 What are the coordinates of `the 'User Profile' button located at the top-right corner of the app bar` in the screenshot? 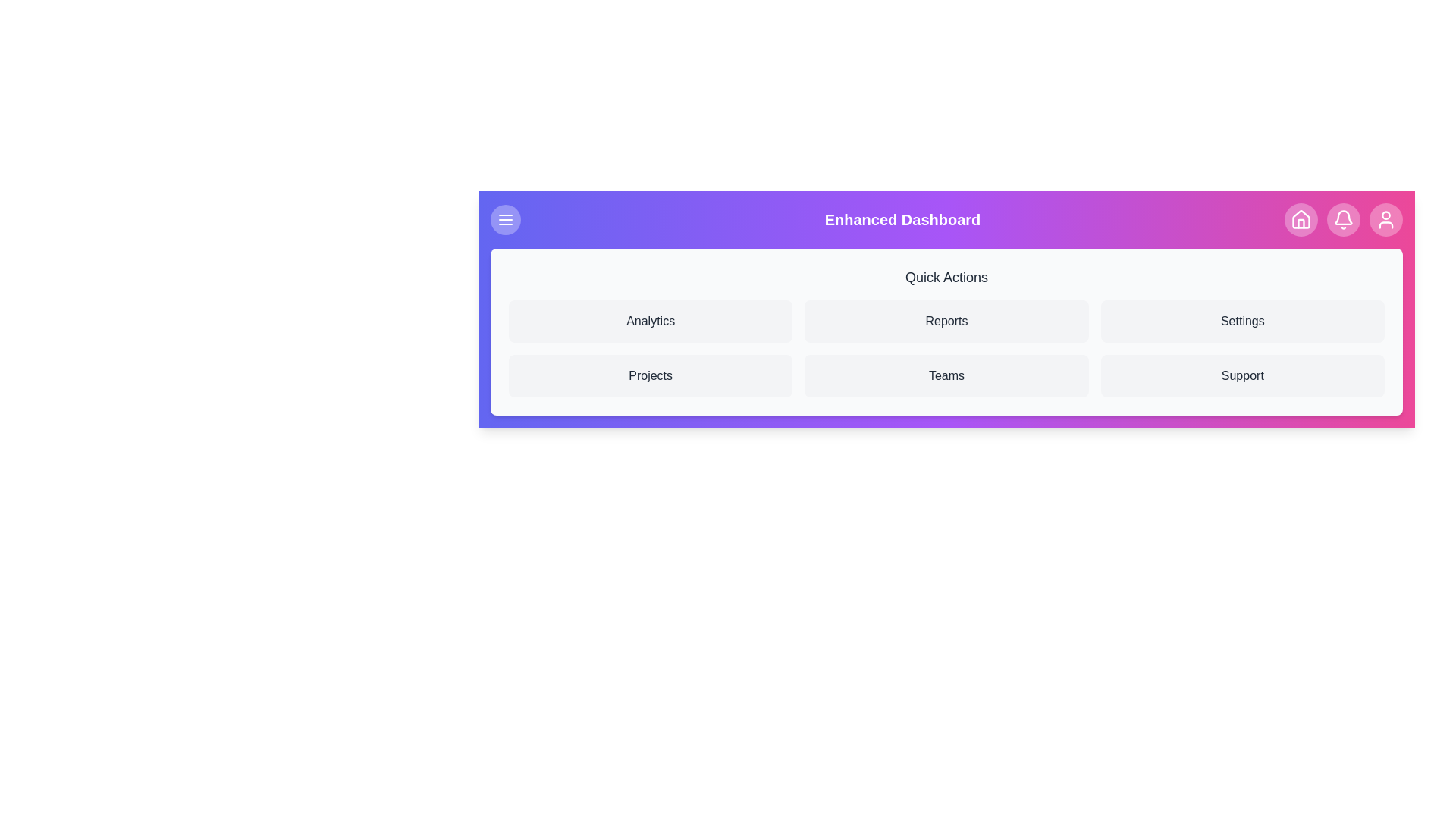 It's located at (1386, 219).